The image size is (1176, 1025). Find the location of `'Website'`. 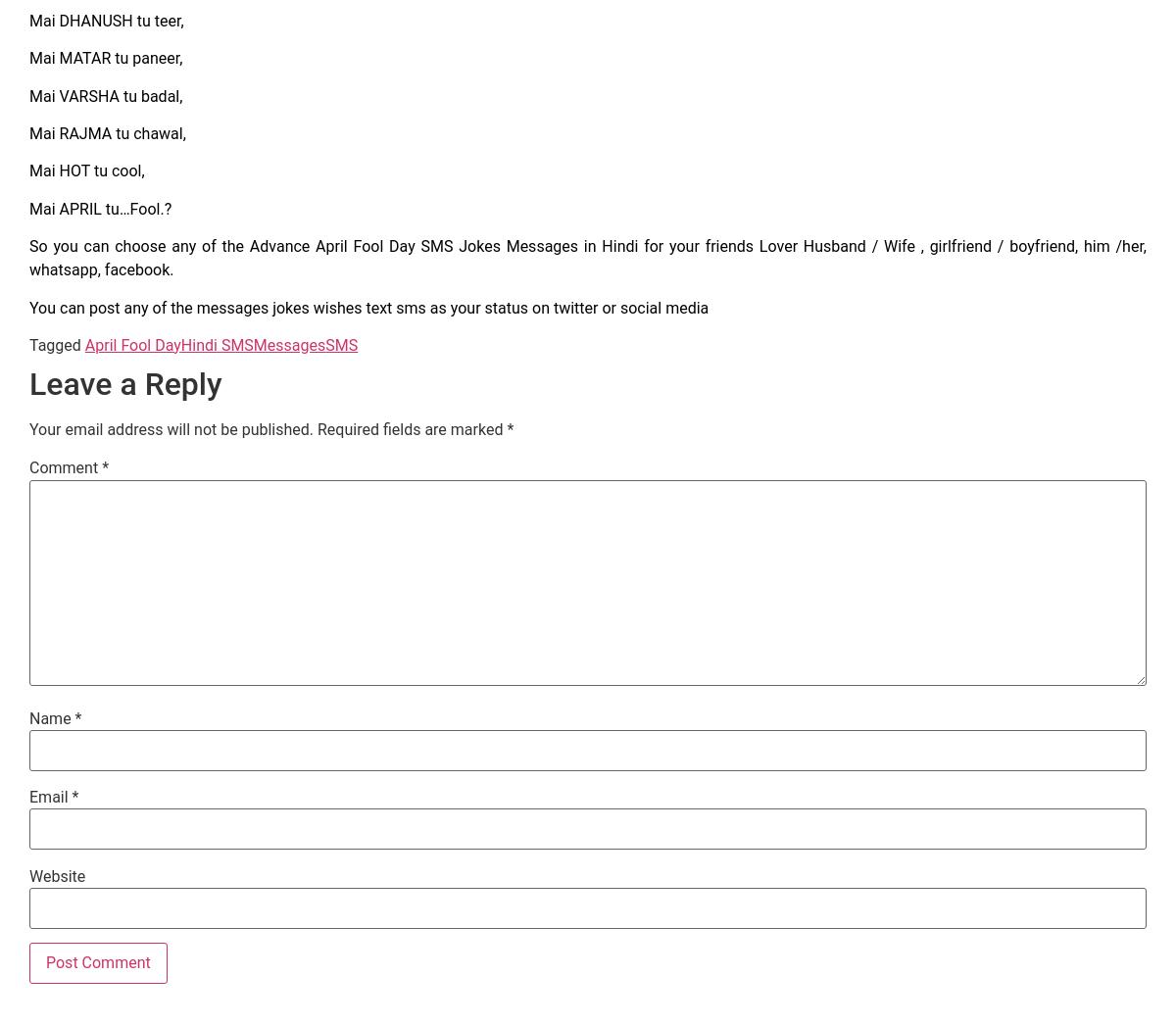

'Website' is located at coordinates (57, 875).